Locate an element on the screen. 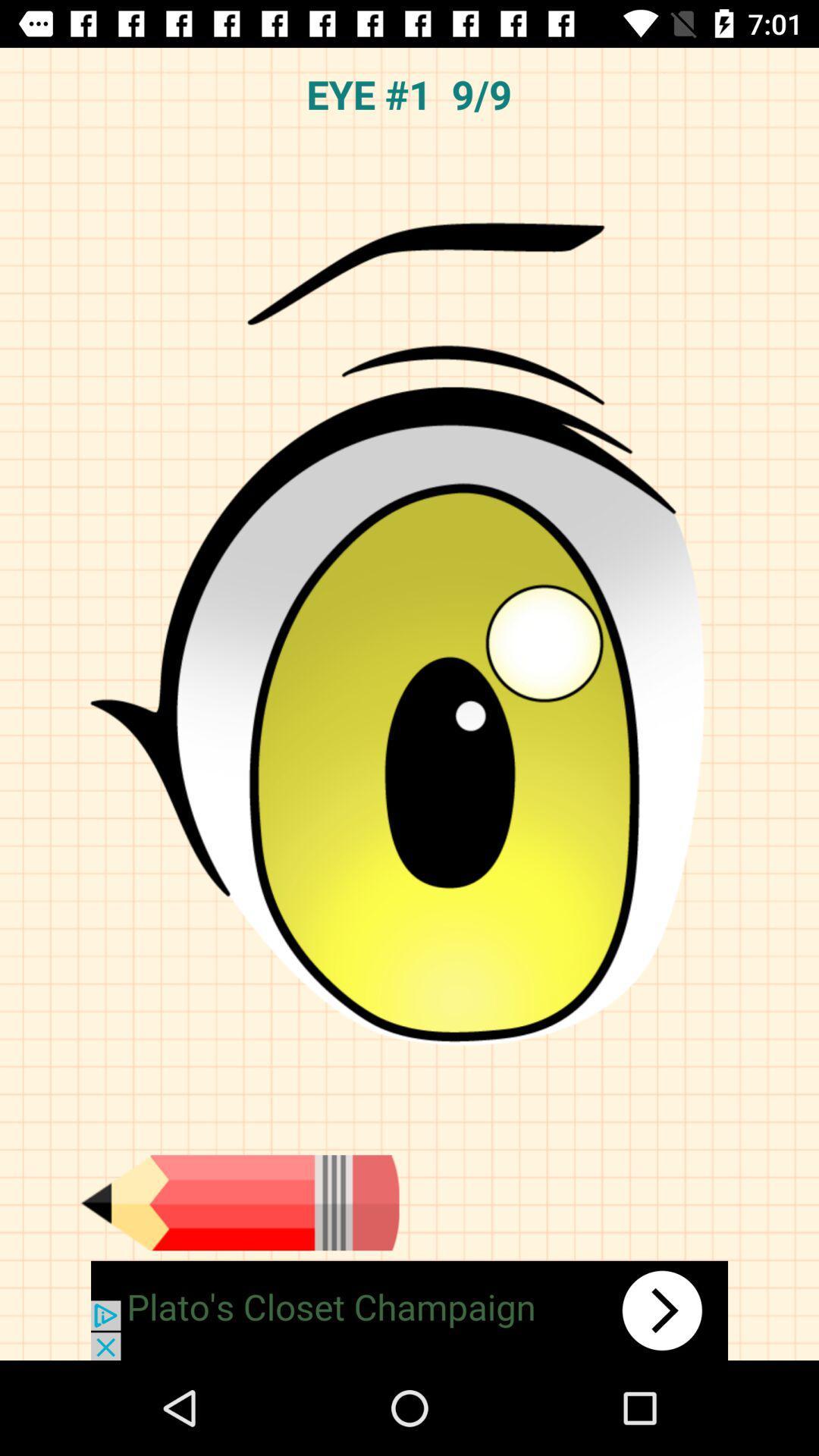 This screenshot has width=819, height=1456. advertisement is located at coordinates (409, 1310).